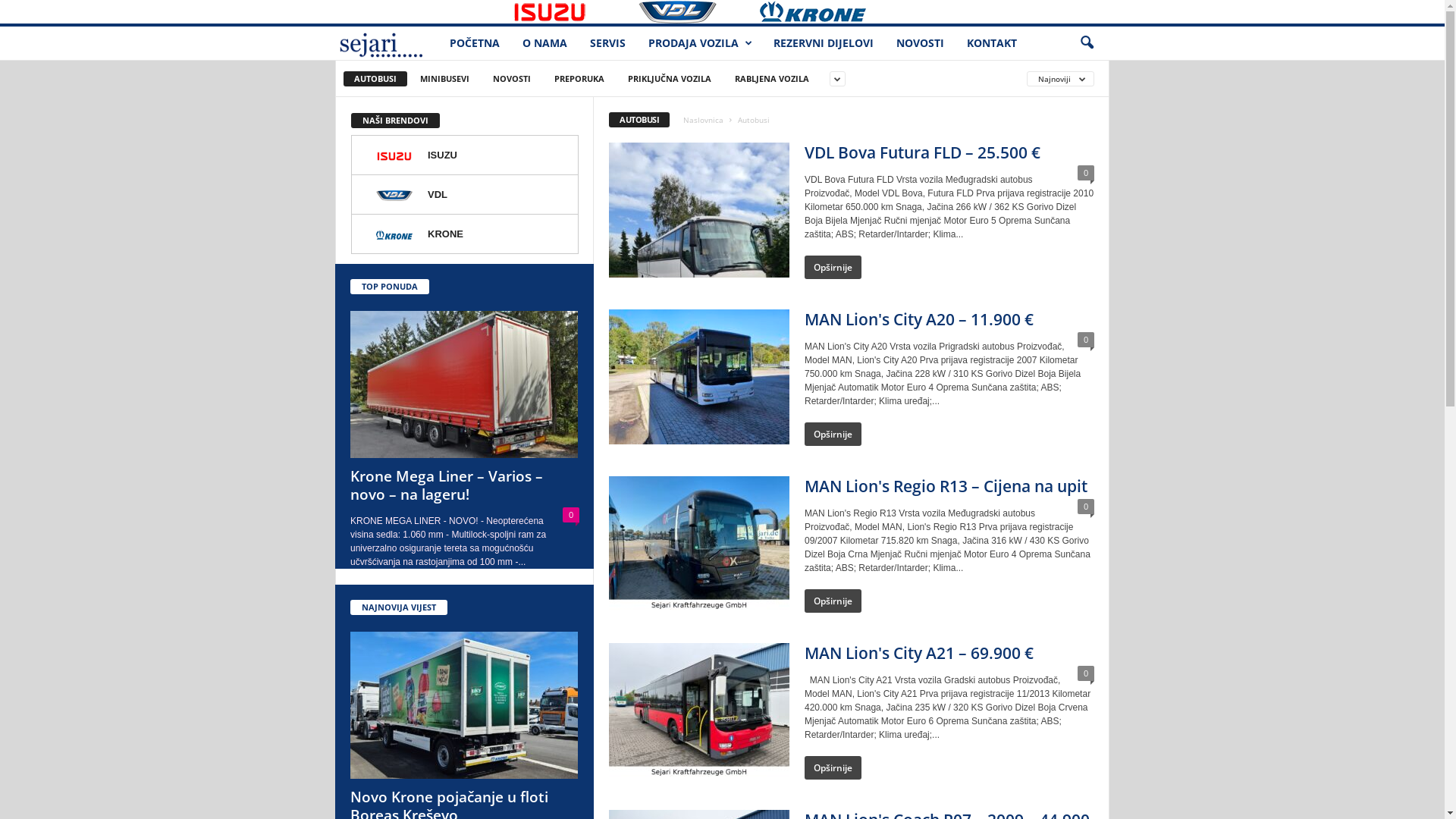  I want to click on 'ISUZU', so click(464, 155).